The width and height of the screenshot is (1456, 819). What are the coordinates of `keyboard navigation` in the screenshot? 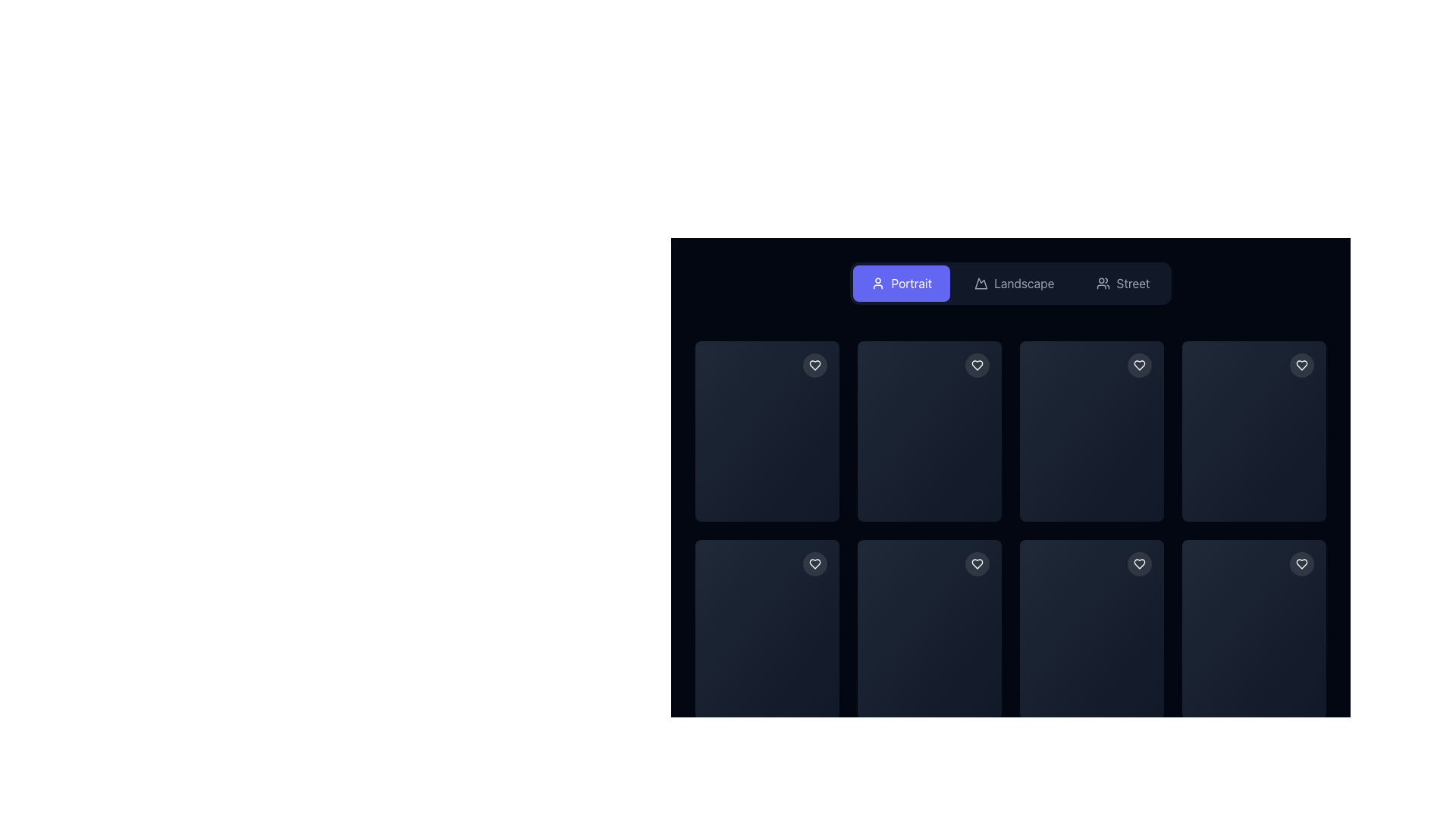 It's located at (977, 563).